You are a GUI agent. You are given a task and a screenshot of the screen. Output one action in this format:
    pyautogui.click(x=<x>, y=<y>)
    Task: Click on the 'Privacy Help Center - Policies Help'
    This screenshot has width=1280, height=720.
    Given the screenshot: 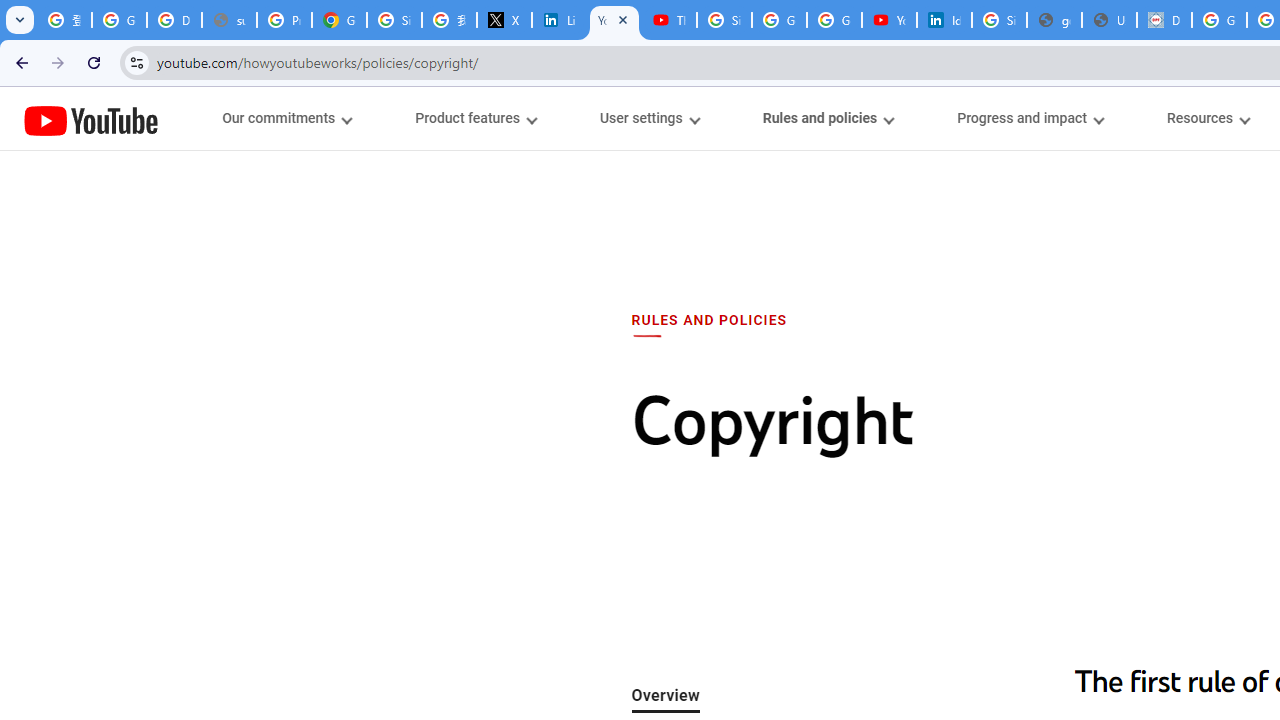 What is the action you would take?
    pyautogui.click(x=283, y=20)
    